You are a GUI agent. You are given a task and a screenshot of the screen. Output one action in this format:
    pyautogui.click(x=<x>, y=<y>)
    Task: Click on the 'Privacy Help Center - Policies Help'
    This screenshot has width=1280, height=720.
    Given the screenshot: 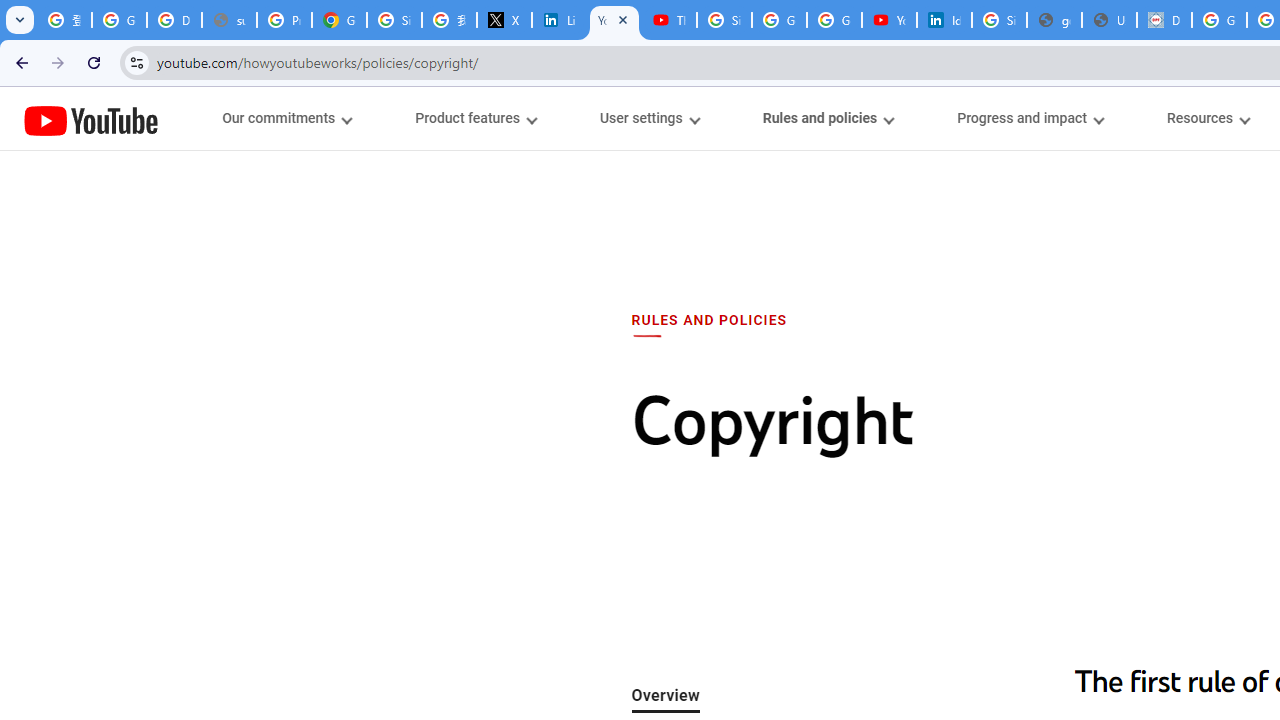 What is the action you would take?
    pyautogui.click(x=283, y=20)
    